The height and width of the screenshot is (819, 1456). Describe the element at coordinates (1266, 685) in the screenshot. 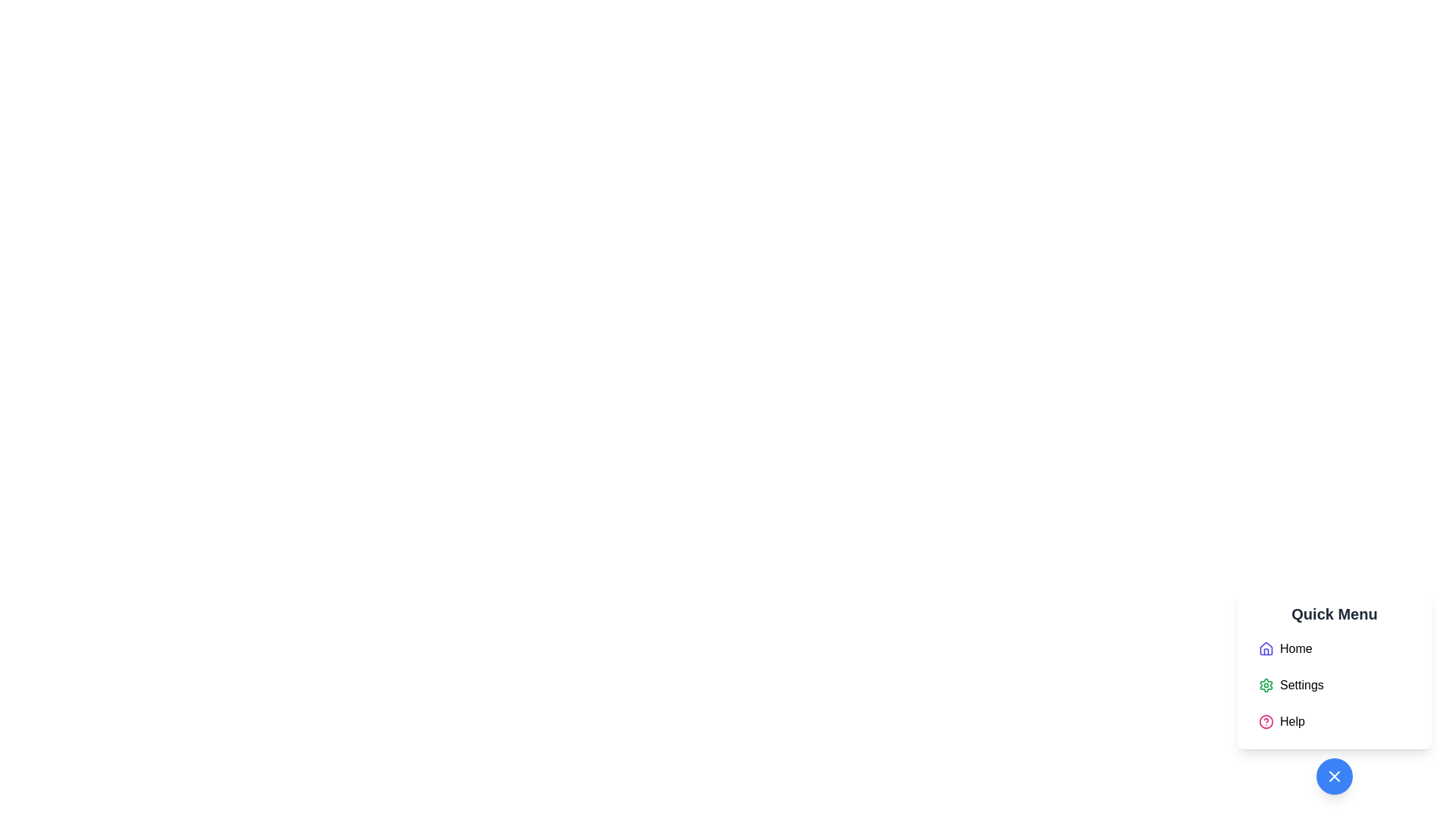

I see `the primary gear shape within the settings icon located in the second item of the quick menu in the bottom-right corner of the application` at that location.